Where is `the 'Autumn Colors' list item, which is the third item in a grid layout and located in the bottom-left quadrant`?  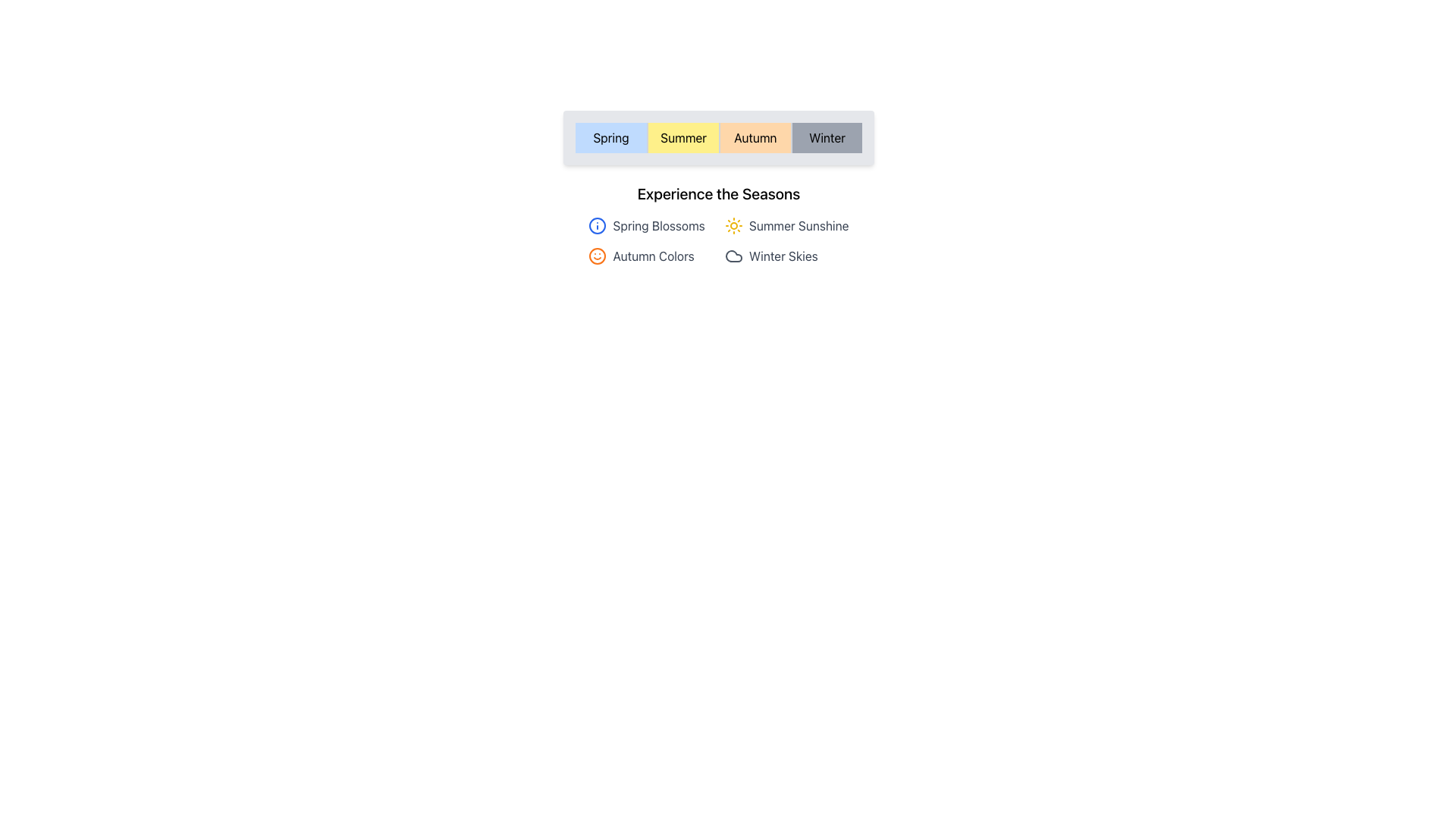
the 'Autumn Colors' list item, which is the third item in a grid layout and located in the bottom-left quadrant is located at coordinates (651, 256).